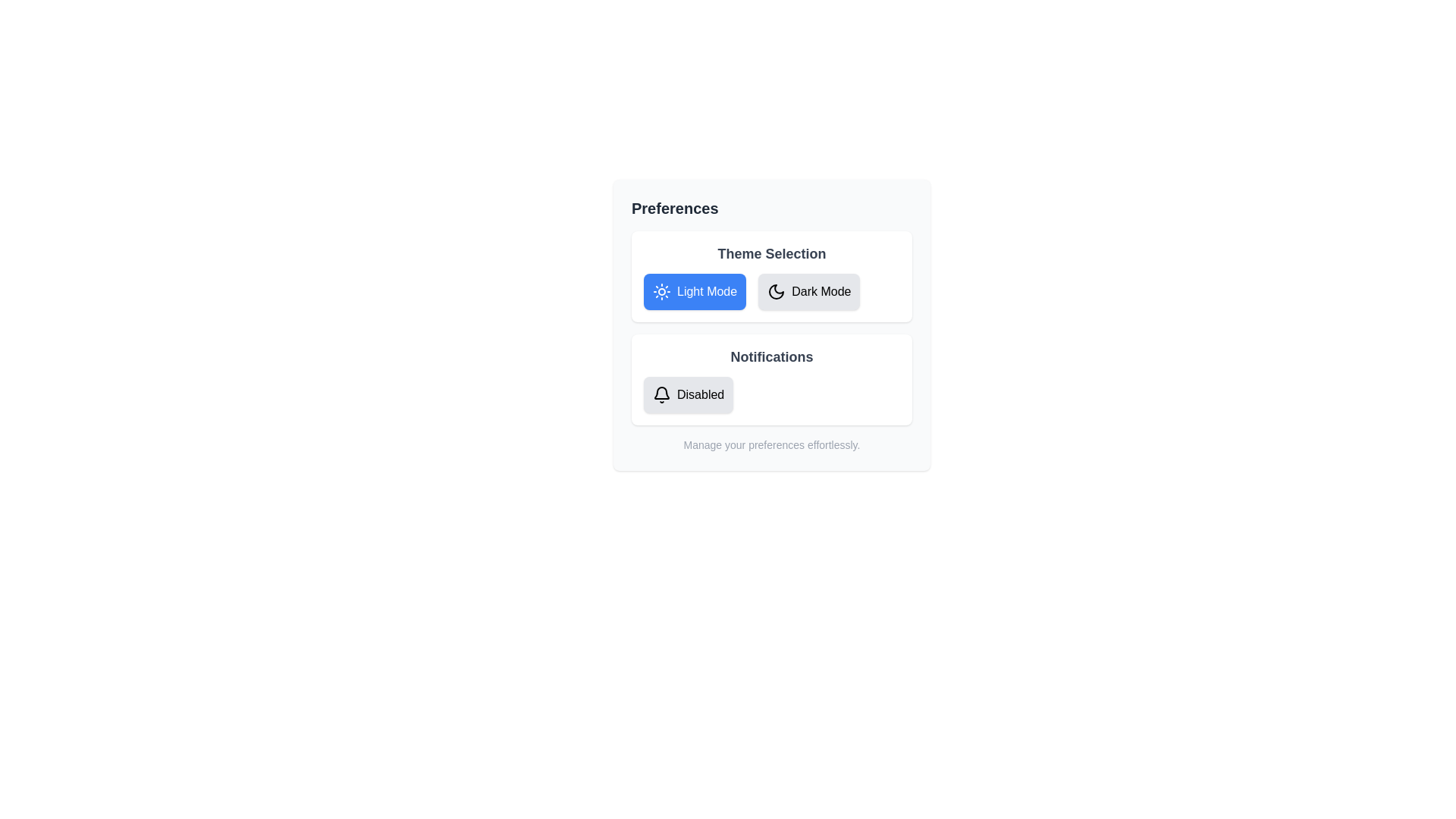 The image size is (1456, 819). What do you see at coordinates (771, 253) in the screenshot?
I see `the bold, large dark gray text label reading 'Theme Selection' which is centrally aligned at the top of the card containing the theme options` at bounding box center [771, 253].